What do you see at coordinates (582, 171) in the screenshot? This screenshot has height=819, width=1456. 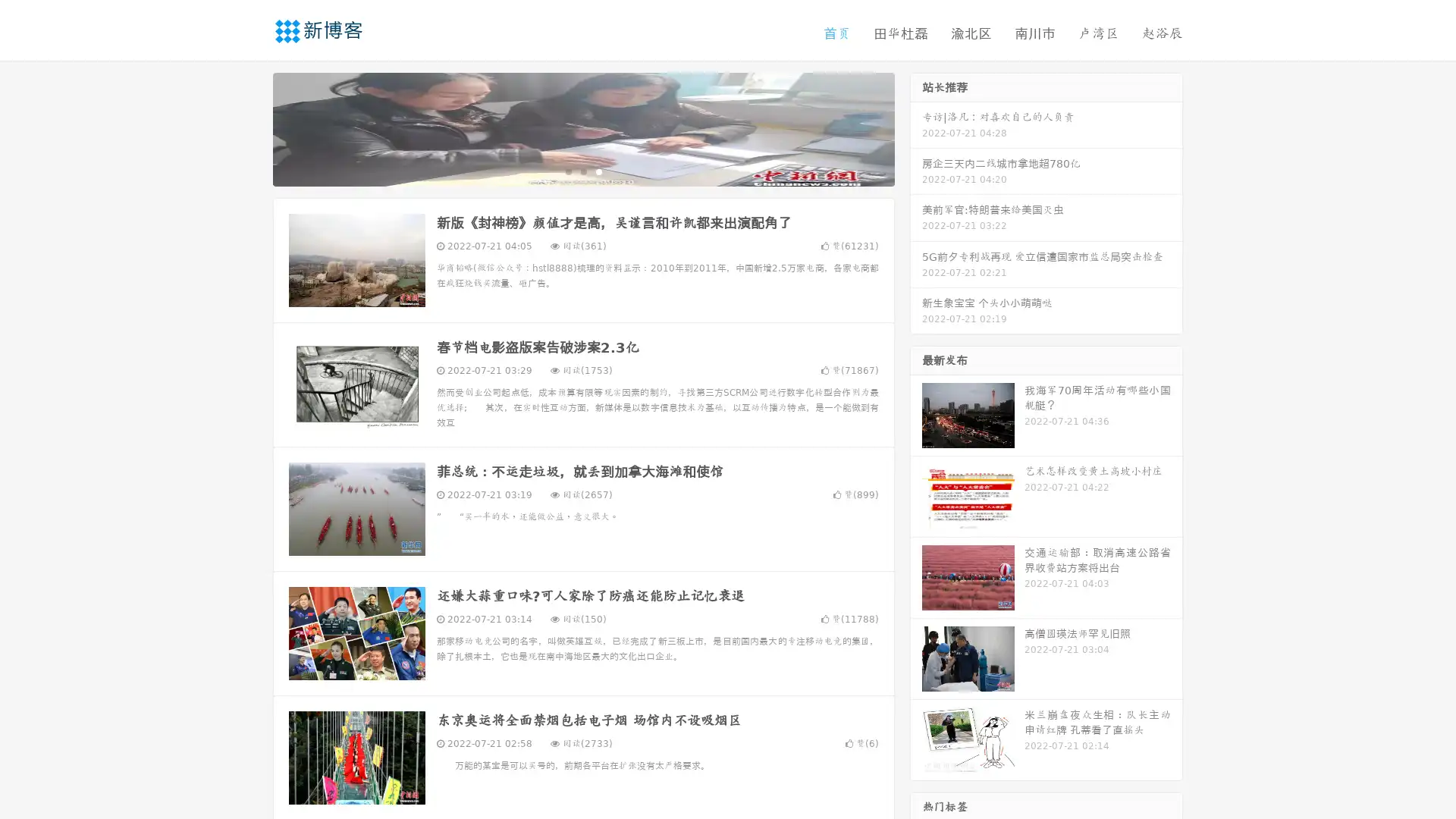 I see `Go to slide 2` at bounding box center [582, 171].